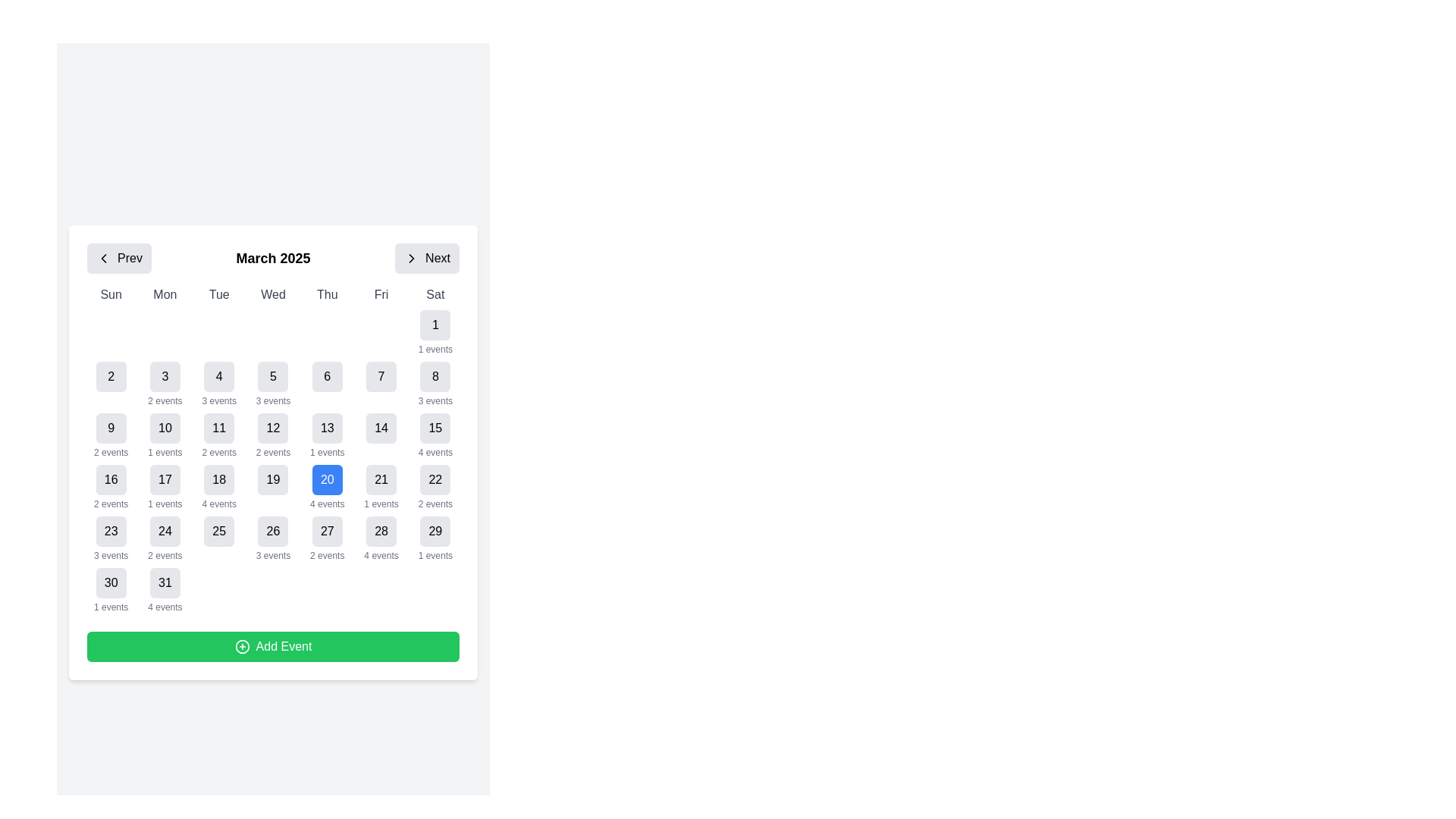  What do you see at coordinates (381, 555) in the screenshot?
I see `the informational text label that indicates the number of scheduled events for the associated day in the calendar, located below the primary button '28' in the bottom-right of the calendar view` at bounding box center [381, 555].